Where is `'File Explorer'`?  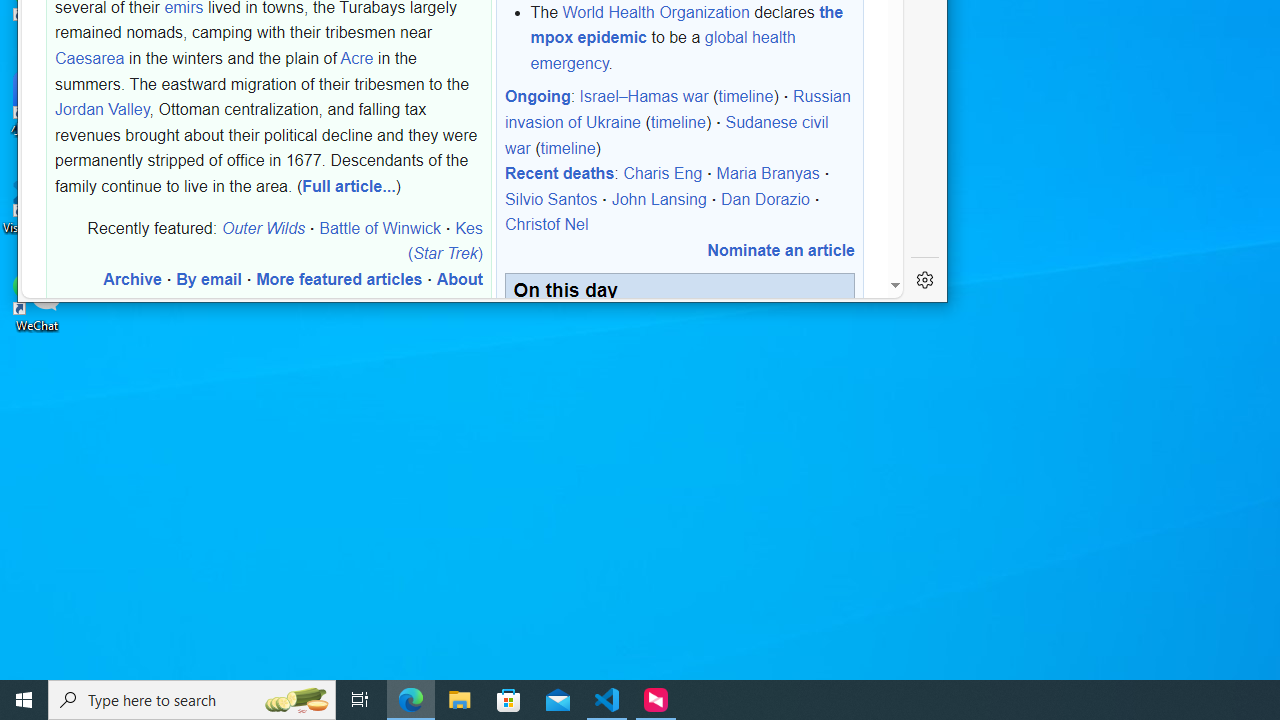 'File Explorer' is located at coordinates (459, 698).